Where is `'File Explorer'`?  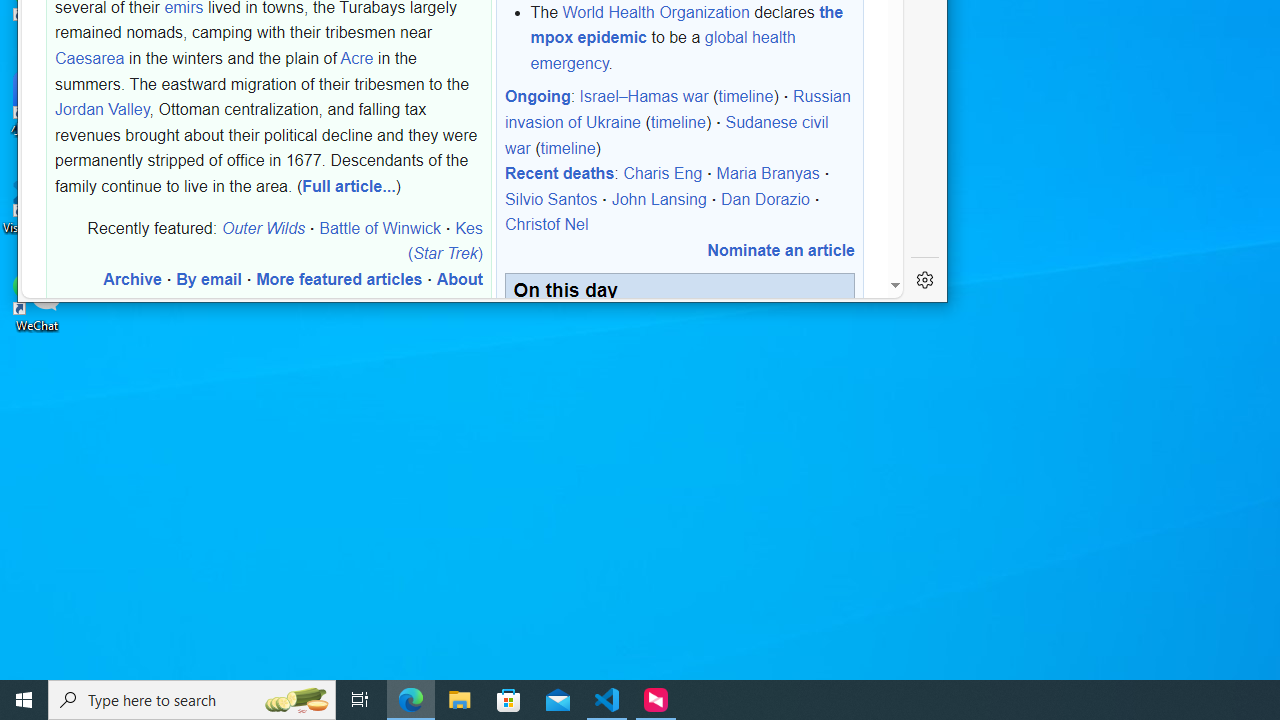 'File Explorer' is located at coordinates (459, 698).